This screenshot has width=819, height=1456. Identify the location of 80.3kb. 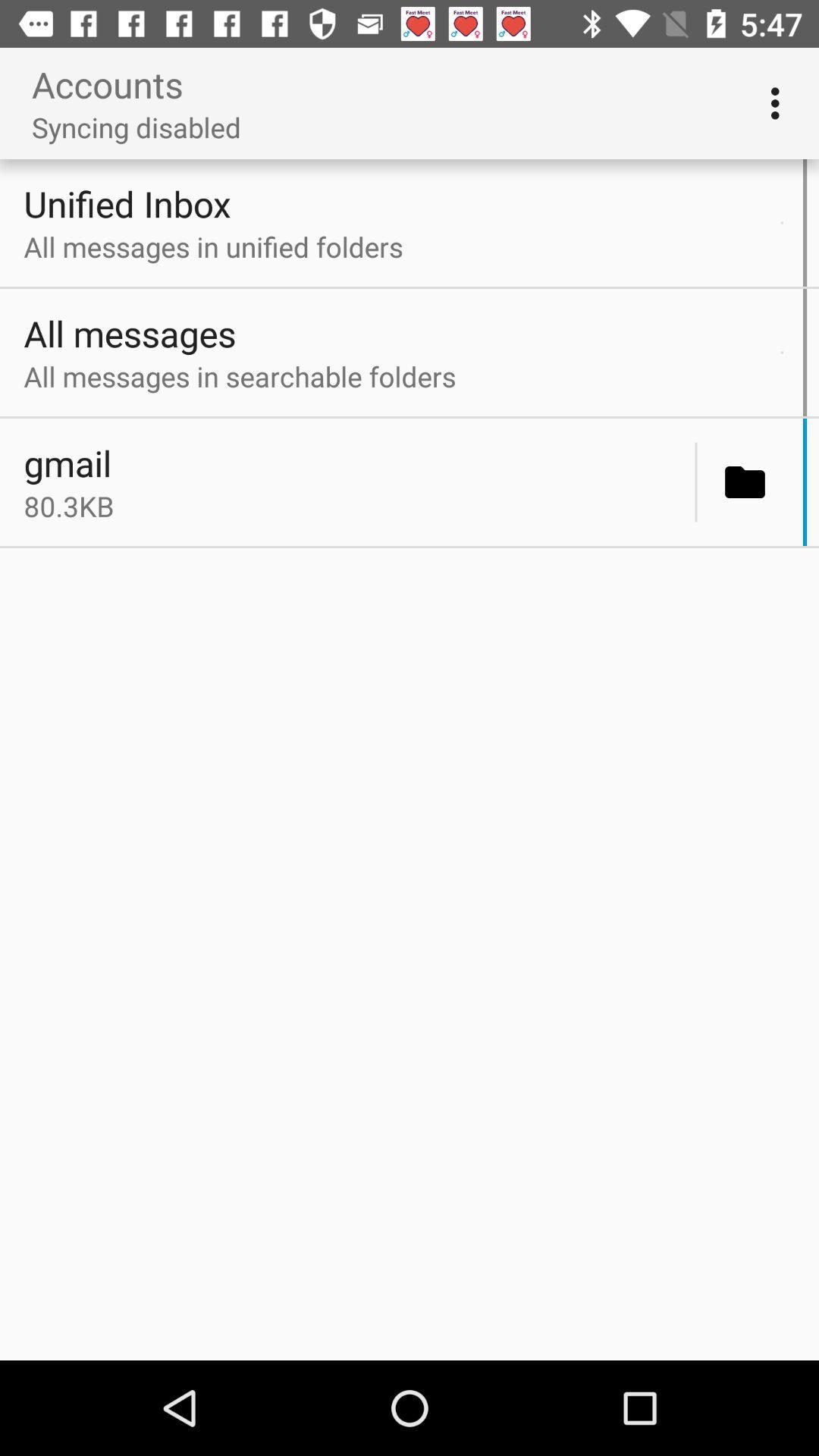
(355, 506).